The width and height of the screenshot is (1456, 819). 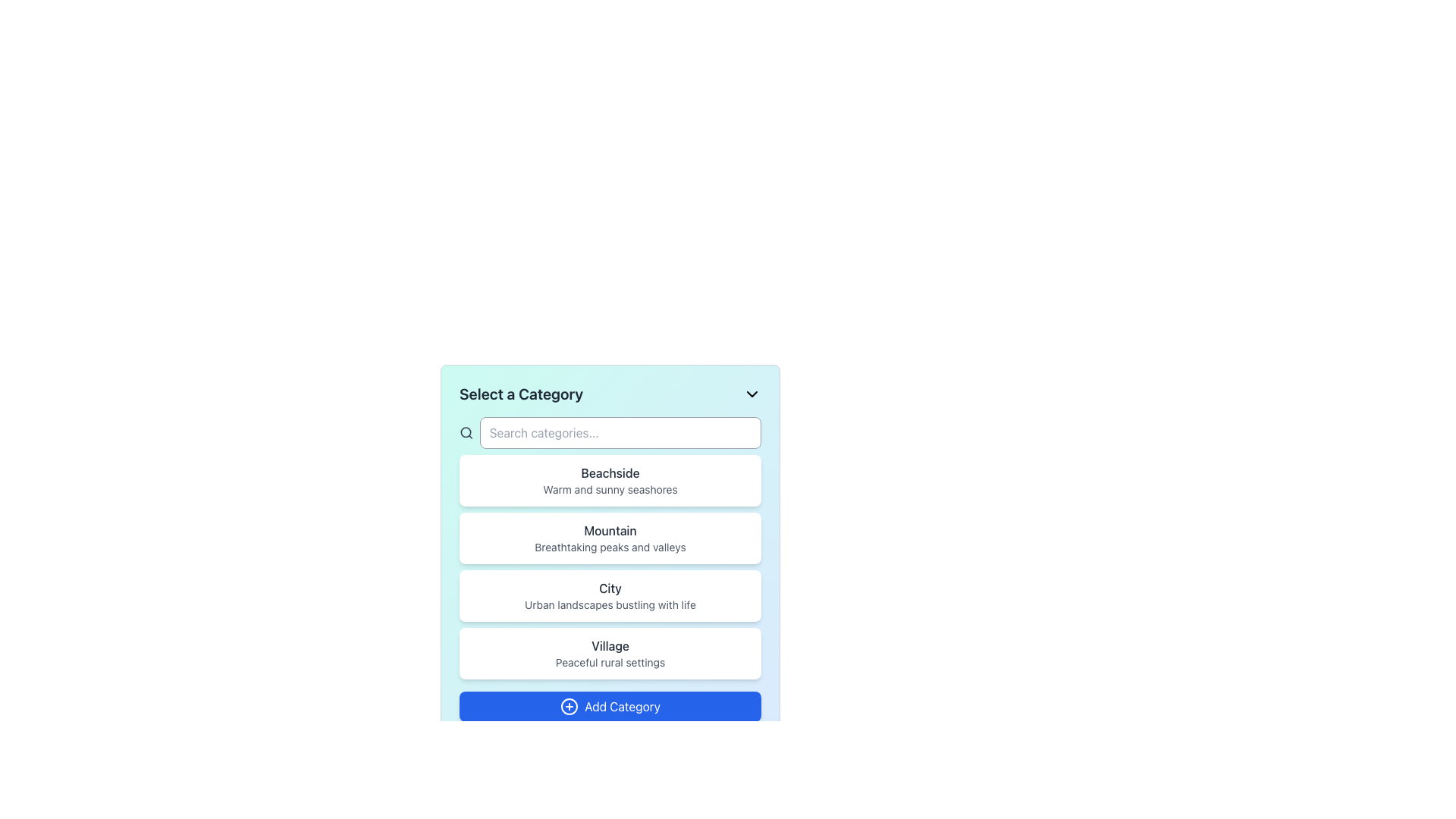 I want to click on the second button labeled 'Mountain' in the vertically aligned list, so click(x=610, y=520).